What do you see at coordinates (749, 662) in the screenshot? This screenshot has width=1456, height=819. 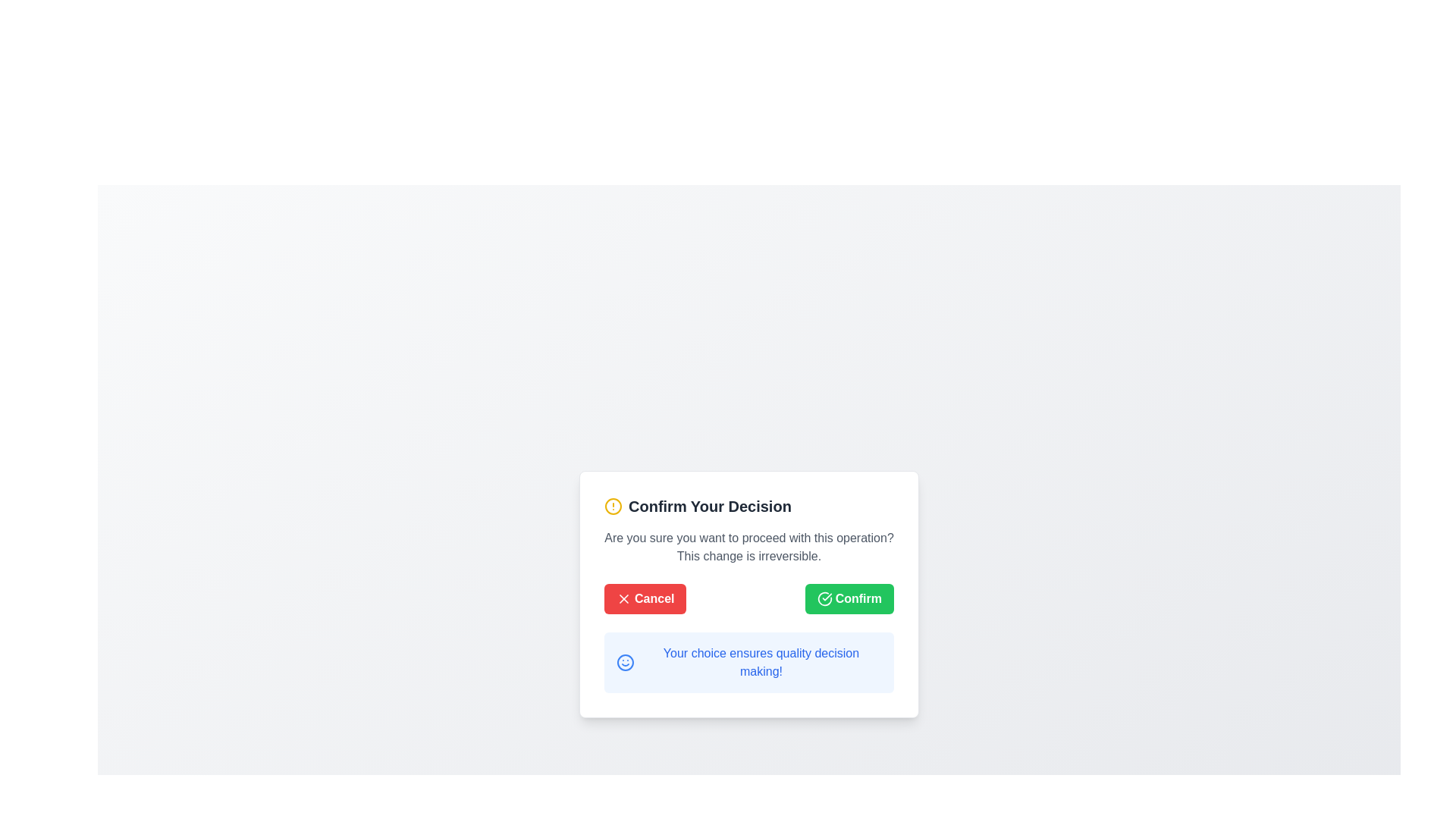 I see `text displayed in the light blue box containing the sentence 'Your choice ensures quality decision making!' located below the 'Cancel' and 'Confirm' buttons` at bounding box center [749, 662].